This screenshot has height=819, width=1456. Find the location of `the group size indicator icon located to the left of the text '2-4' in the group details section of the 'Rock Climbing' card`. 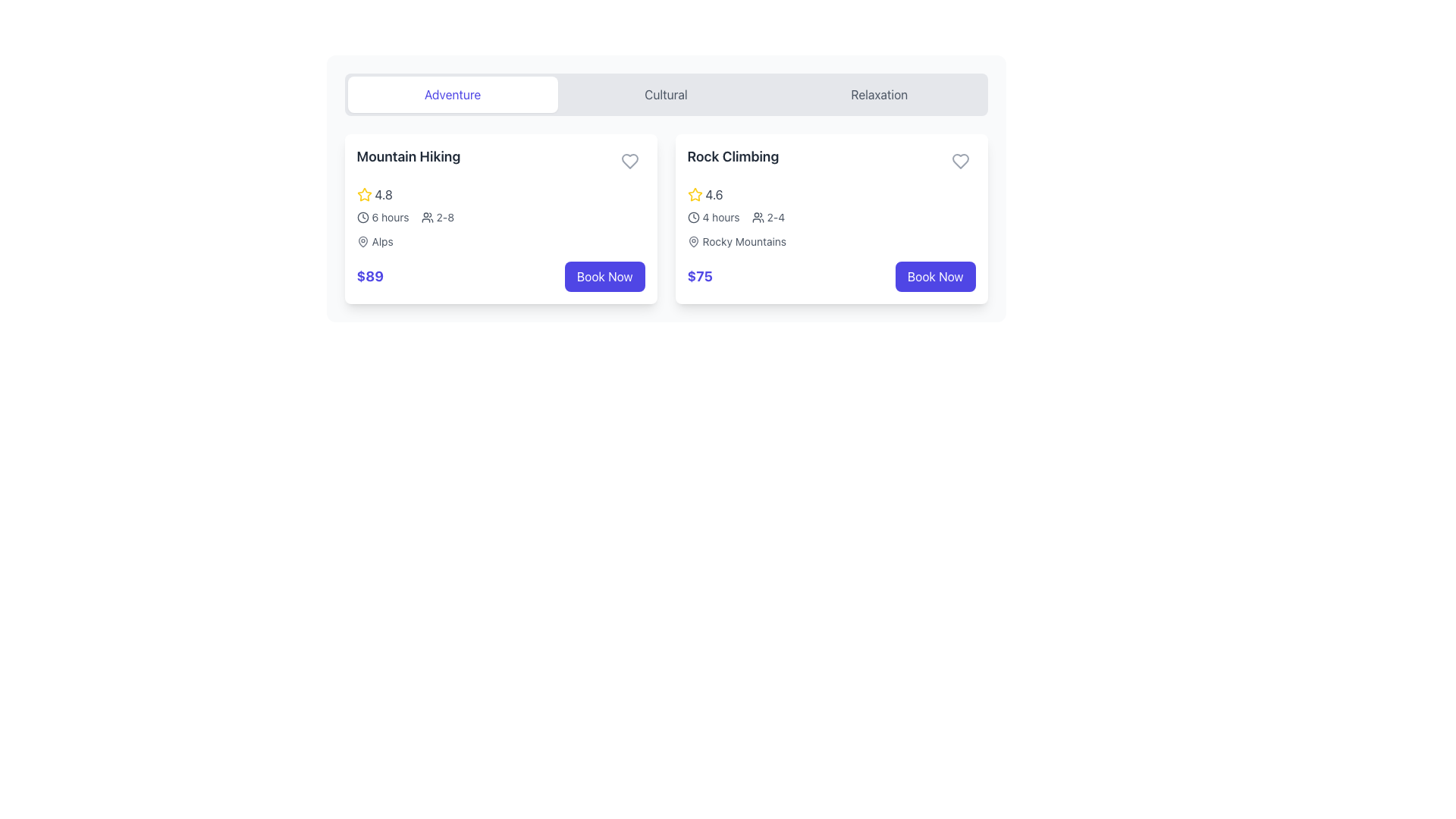

the group size indicator icon located to the left of the text '2-4' in the group details section of the 'Rock Climbing' card is located at coordinates (758, 217).